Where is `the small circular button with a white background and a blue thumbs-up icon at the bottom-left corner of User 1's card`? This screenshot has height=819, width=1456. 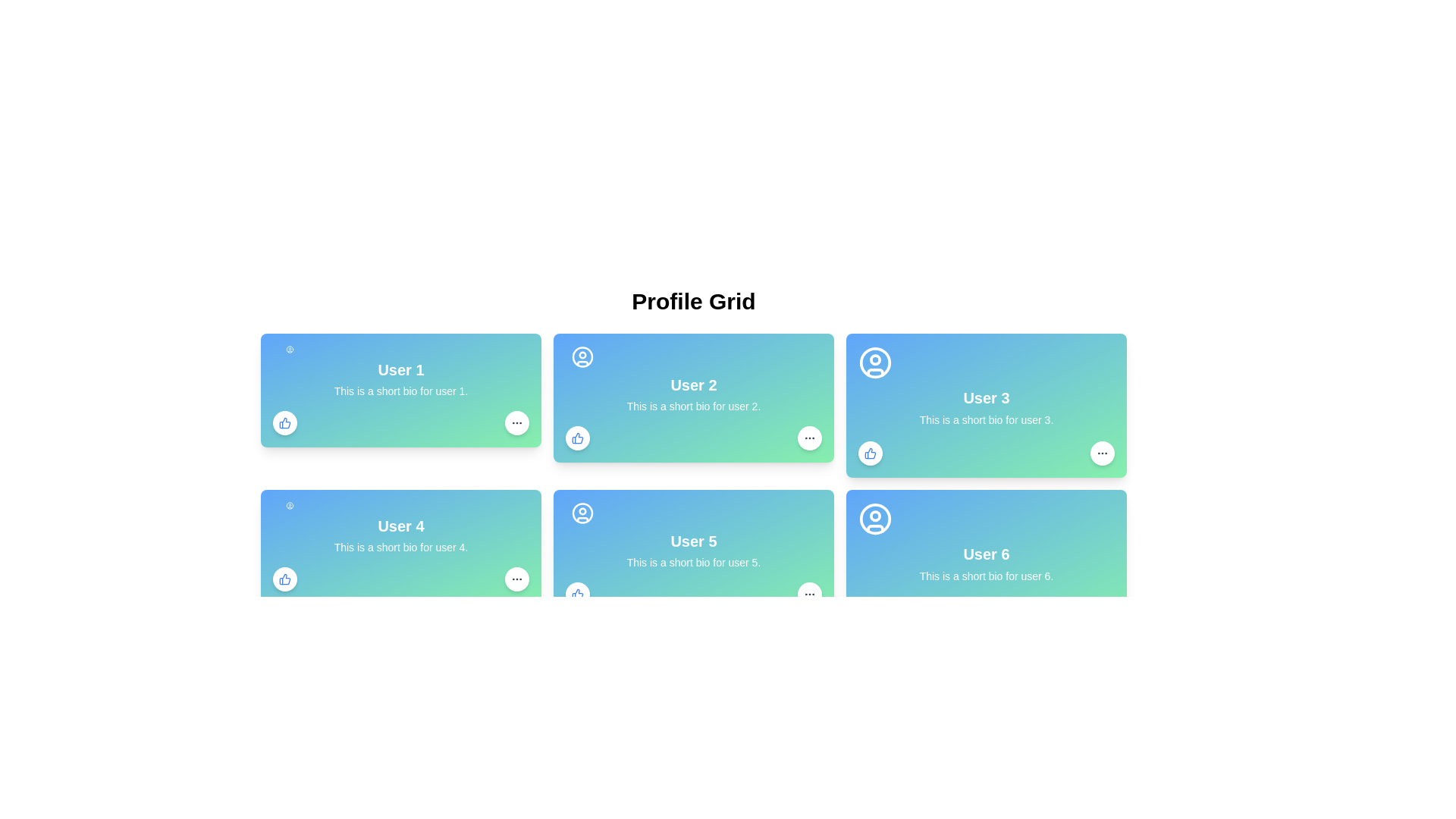 the small circular button with a white background and a blue thumbs-up icon at the bottom-left corner of User 1's card is located at coordinates (284, 423).